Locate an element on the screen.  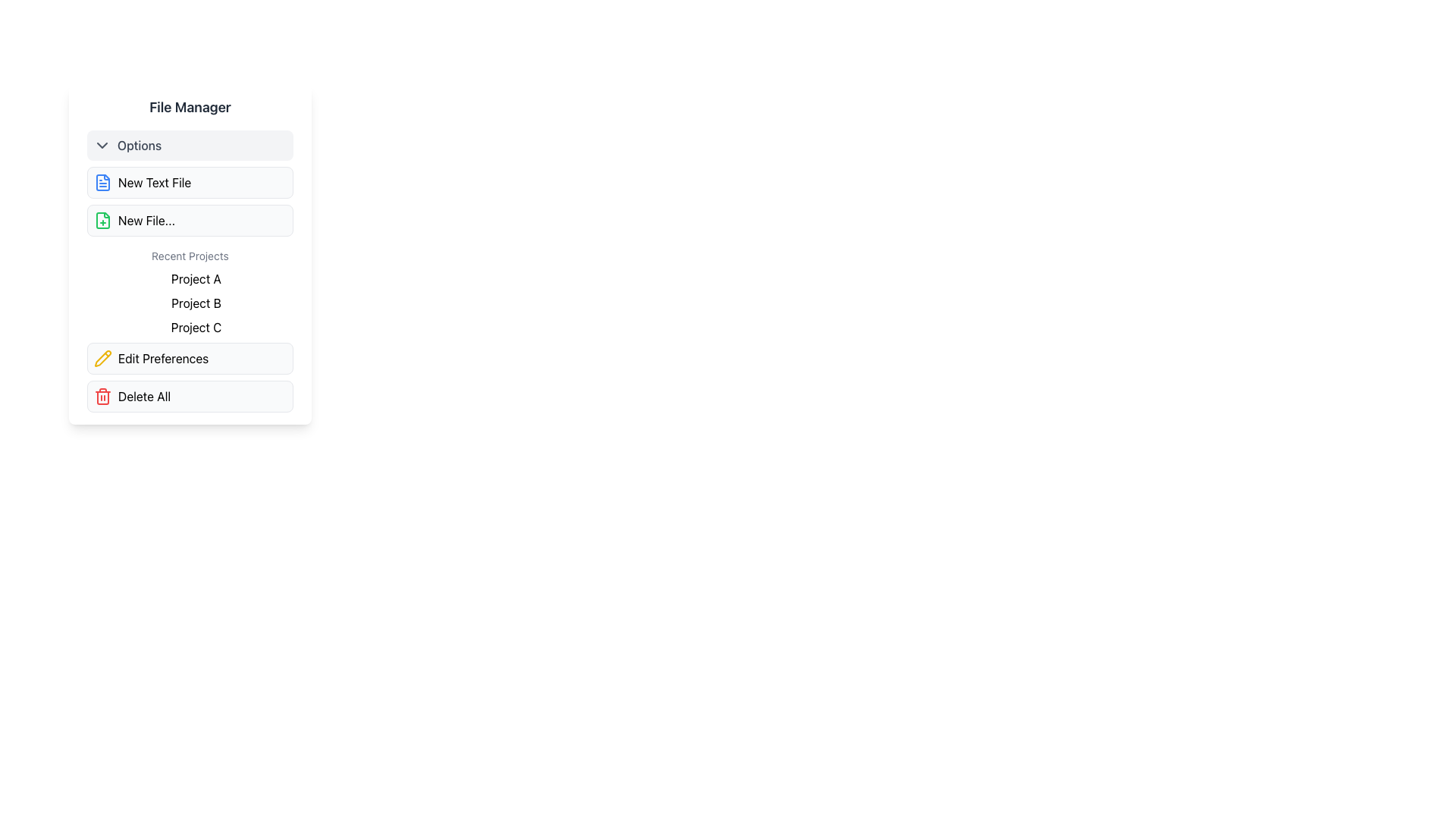
the red trash can icon that represents a delete action, positioned near the left side of the 'Delete All' button is located at coordinates (102, 396).